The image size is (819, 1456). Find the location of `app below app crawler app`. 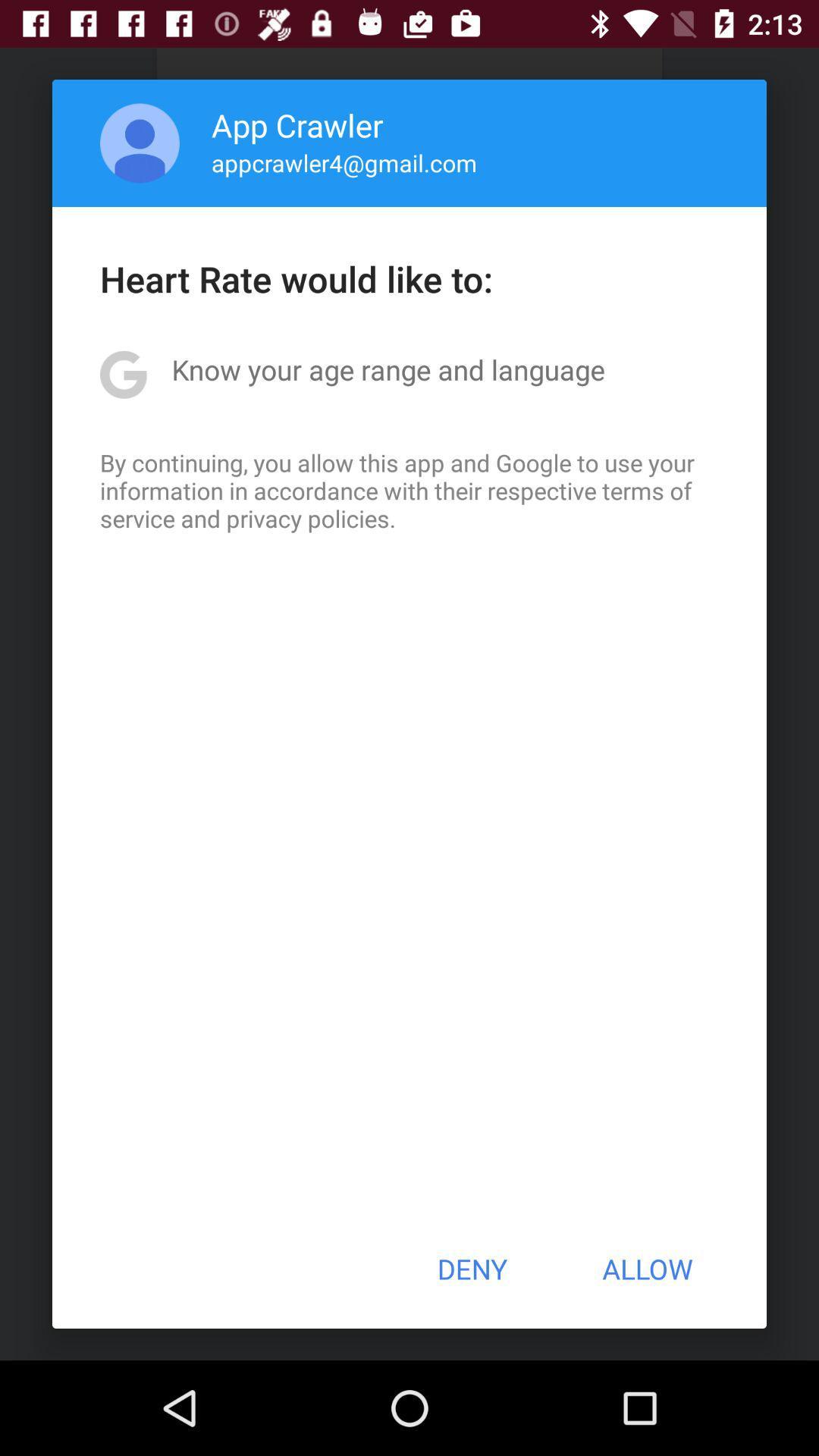

app below app crawler app is located at coordinates (344, 162).